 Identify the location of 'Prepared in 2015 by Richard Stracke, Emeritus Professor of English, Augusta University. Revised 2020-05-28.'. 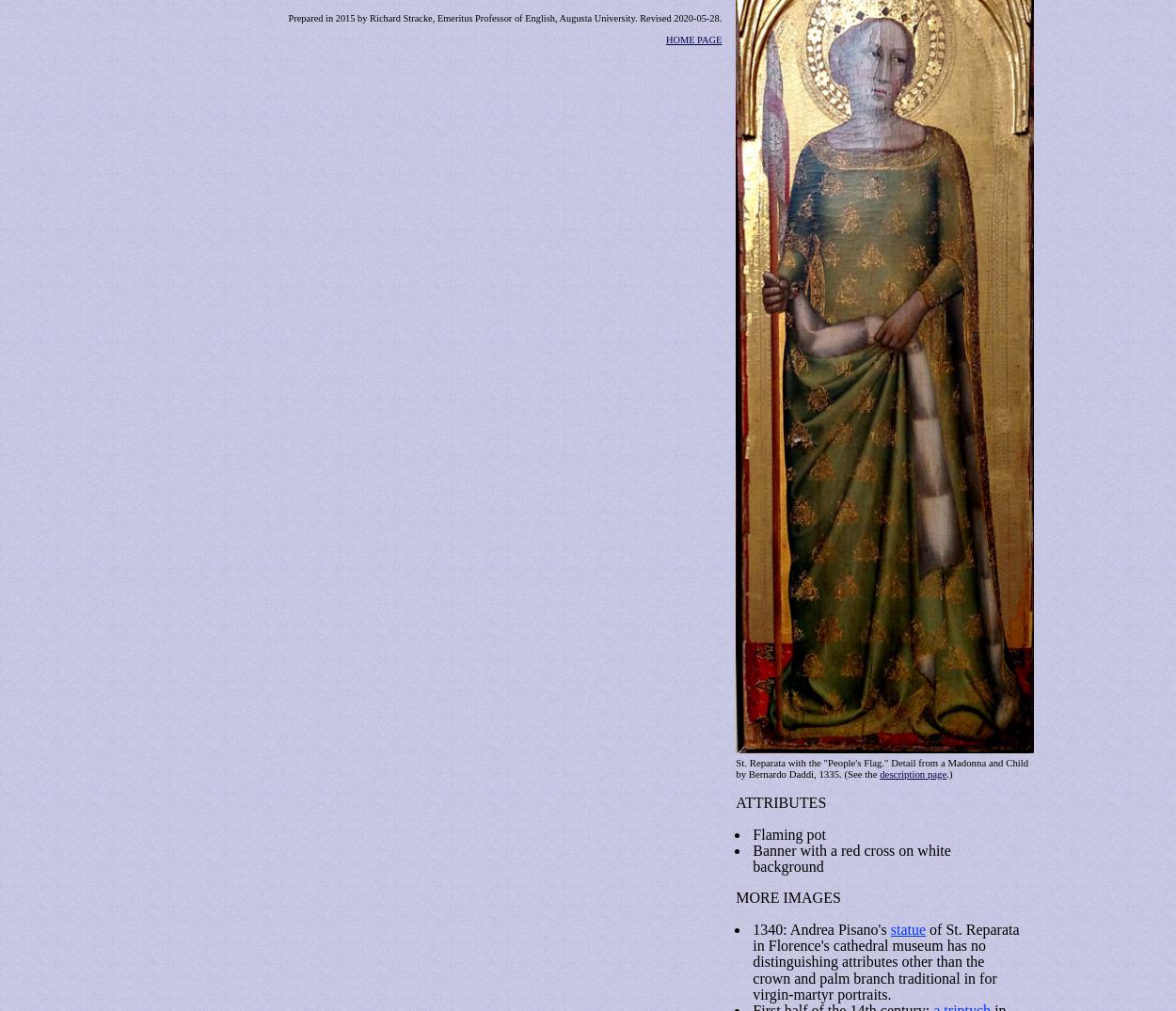
(504, 16).